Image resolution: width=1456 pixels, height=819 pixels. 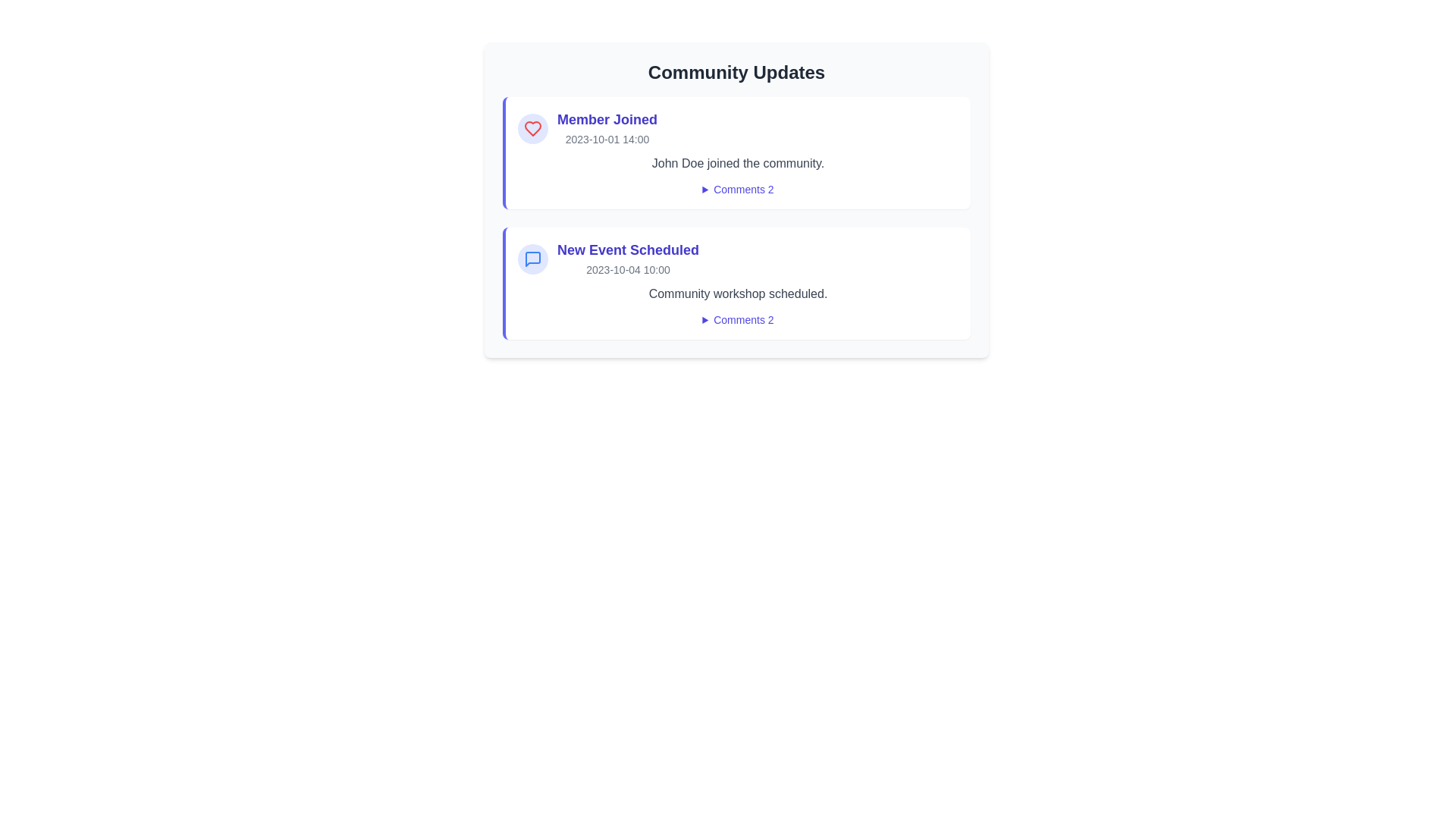 I want to click on the circular icon with a light indigo background and a red outlined heart shape in the 'Community Updates' section, labeled 'Member Joined.', so click(x=532, y=127).